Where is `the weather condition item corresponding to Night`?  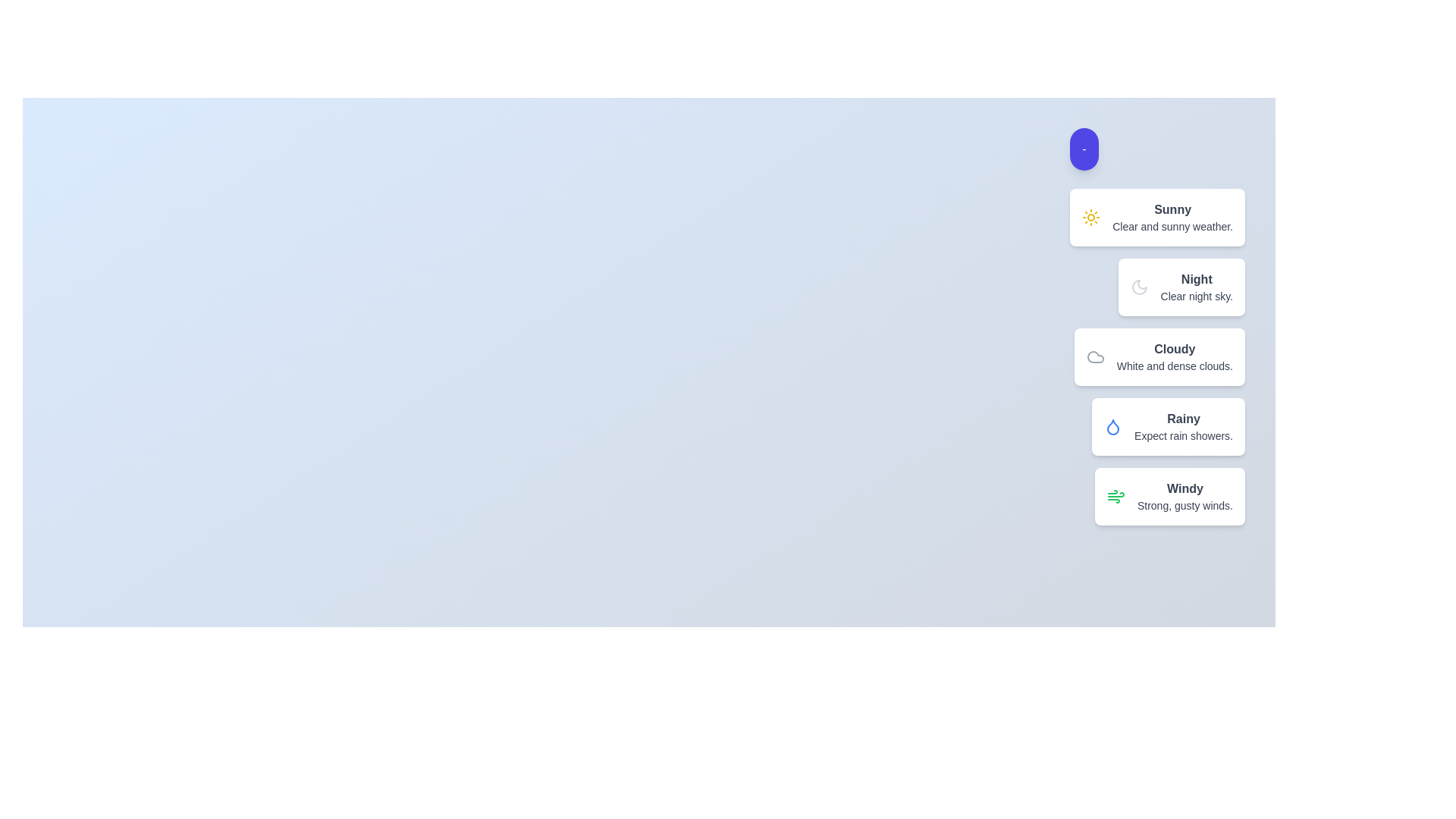 the weather condition item corresponding to Night is located at coordinates (1181, 287).